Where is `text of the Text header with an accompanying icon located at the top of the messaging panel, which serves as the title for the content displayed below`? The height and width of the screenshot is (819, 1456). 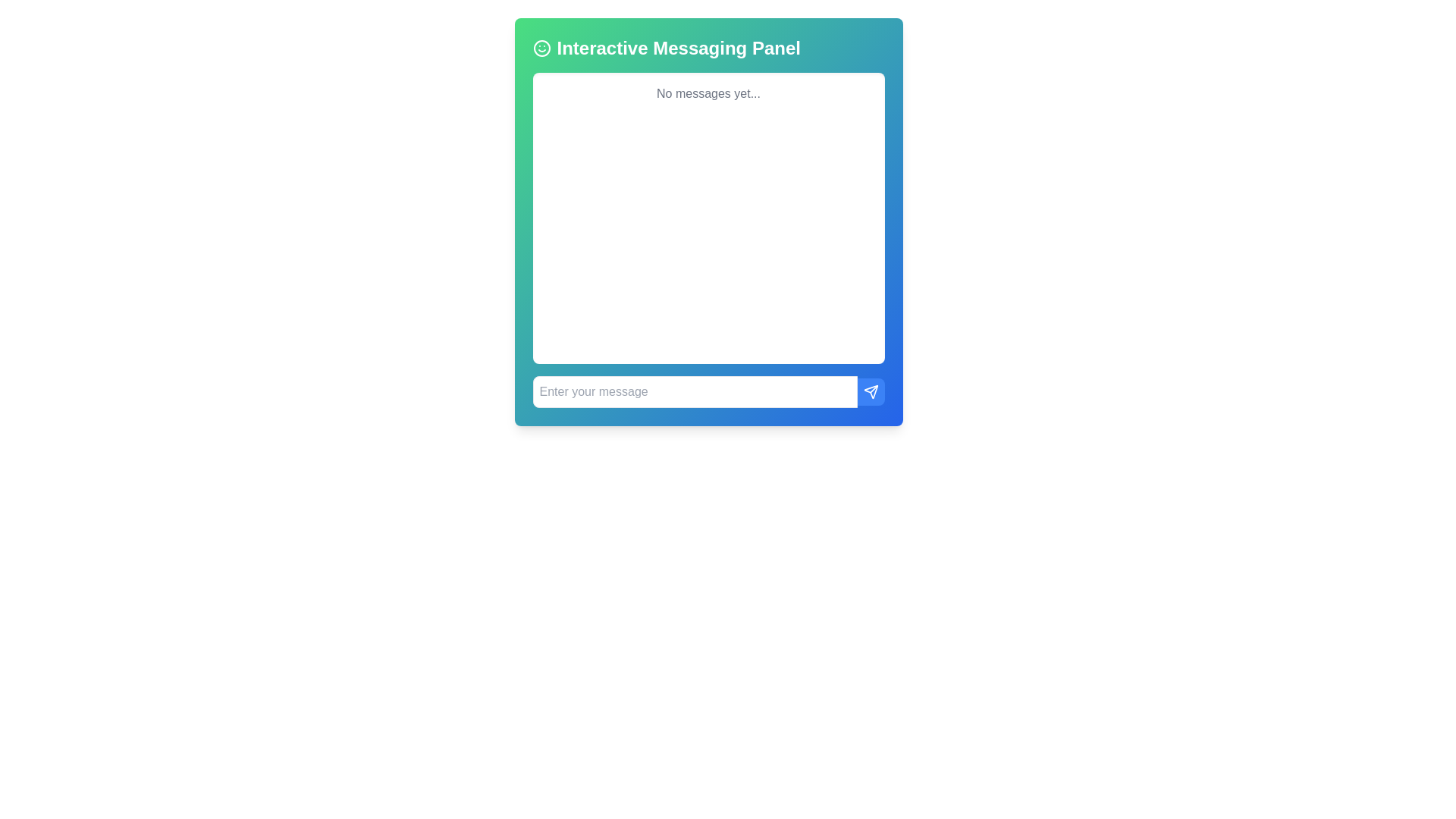 text of the Text header with an accompanying icon located at the top of the messaging panel, which serves as the title for the content displayed below is located at coordinates (708, 48).